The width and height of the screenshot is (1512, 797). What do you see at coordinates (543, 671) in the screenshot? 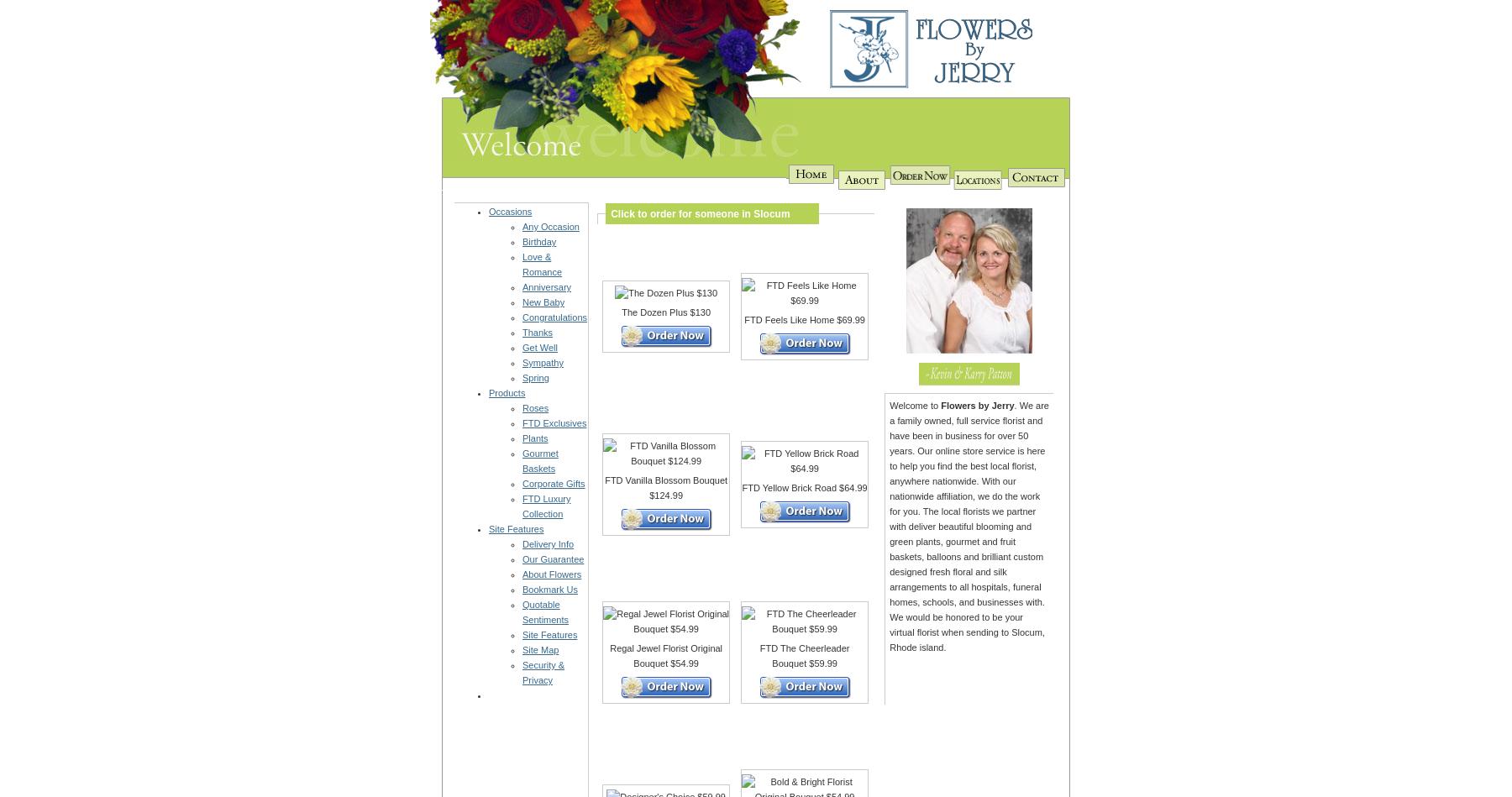
I see `'Security & Privacy'` at bounding box center [543, 671].